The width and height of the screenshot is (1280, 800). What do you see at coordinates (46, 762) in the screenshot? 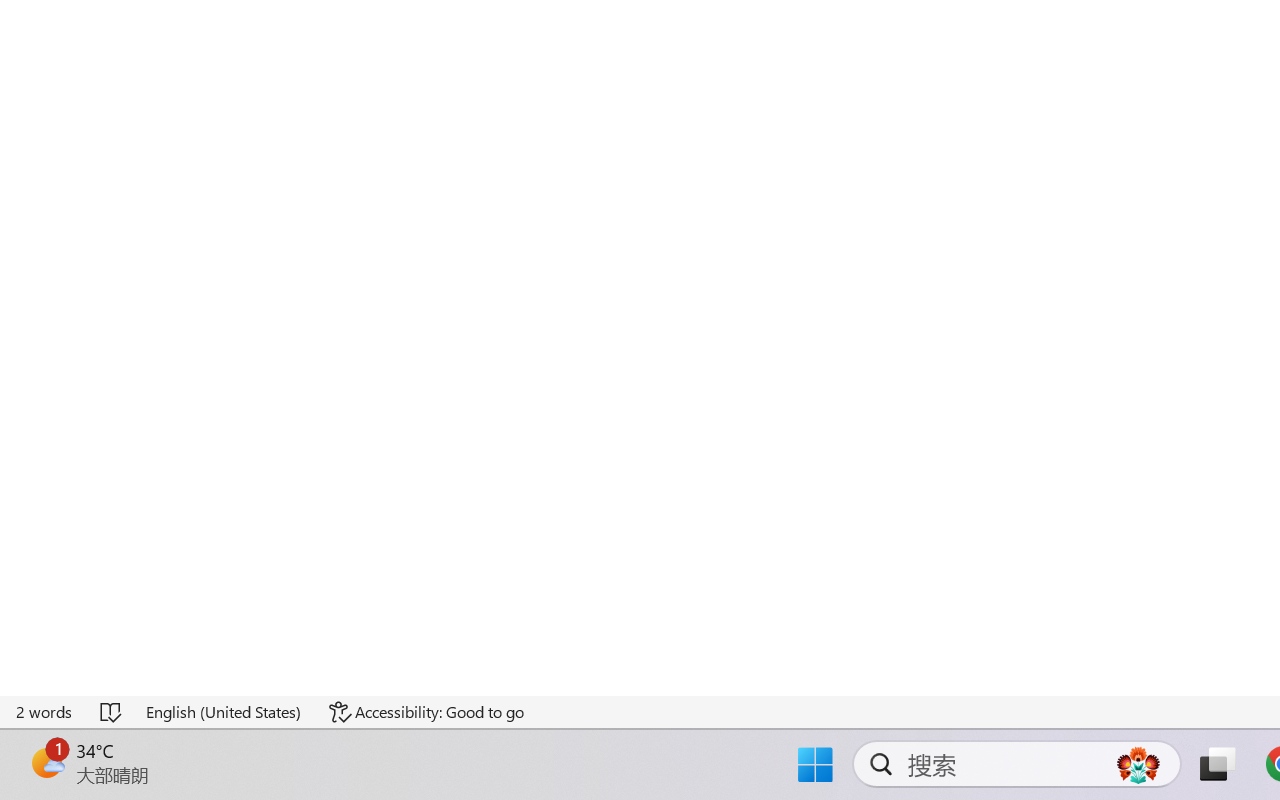
I see `'AutomationID: BadgeAnchorLargeTicker'` at bounding box center [46, 762].